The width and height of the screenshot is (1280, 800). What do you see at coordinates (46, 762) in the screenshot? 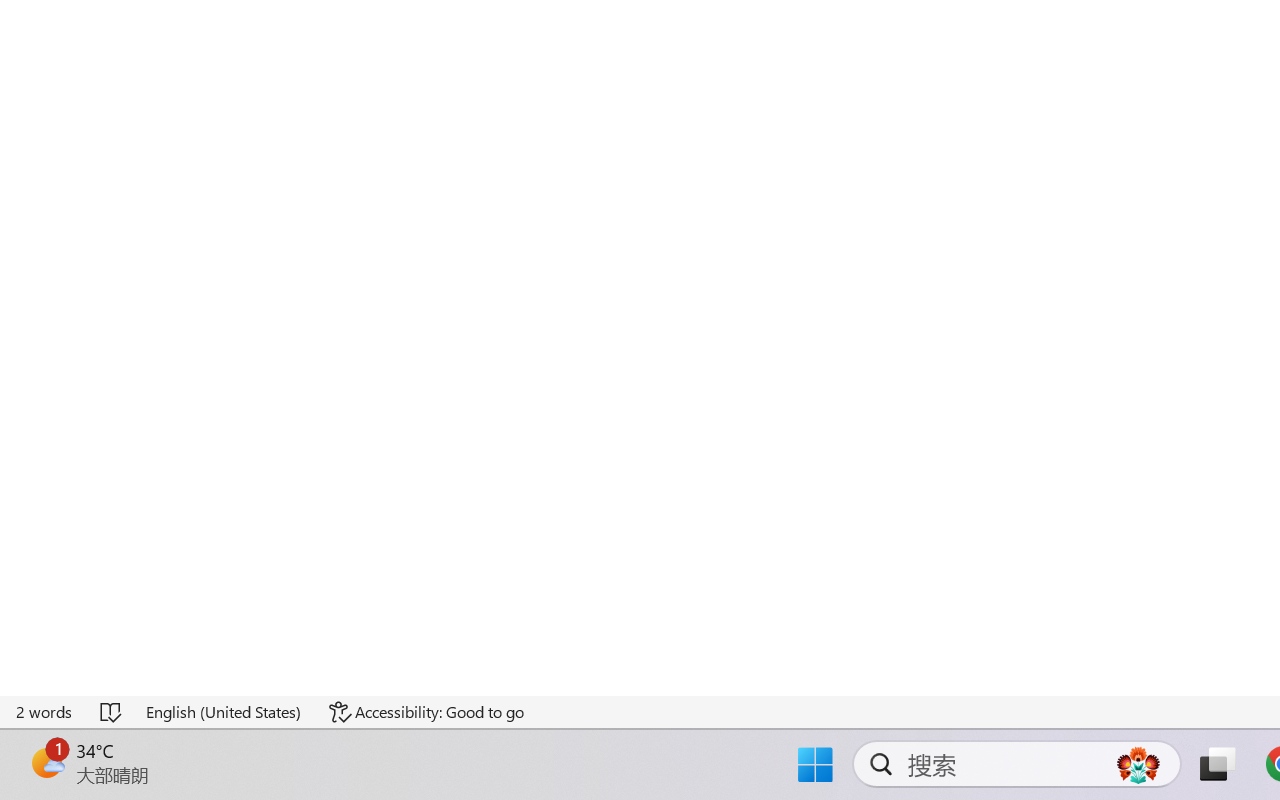
I see `'AutomationID: BadgeAnchorLargeTicker'` at bounding box center [46, 762].